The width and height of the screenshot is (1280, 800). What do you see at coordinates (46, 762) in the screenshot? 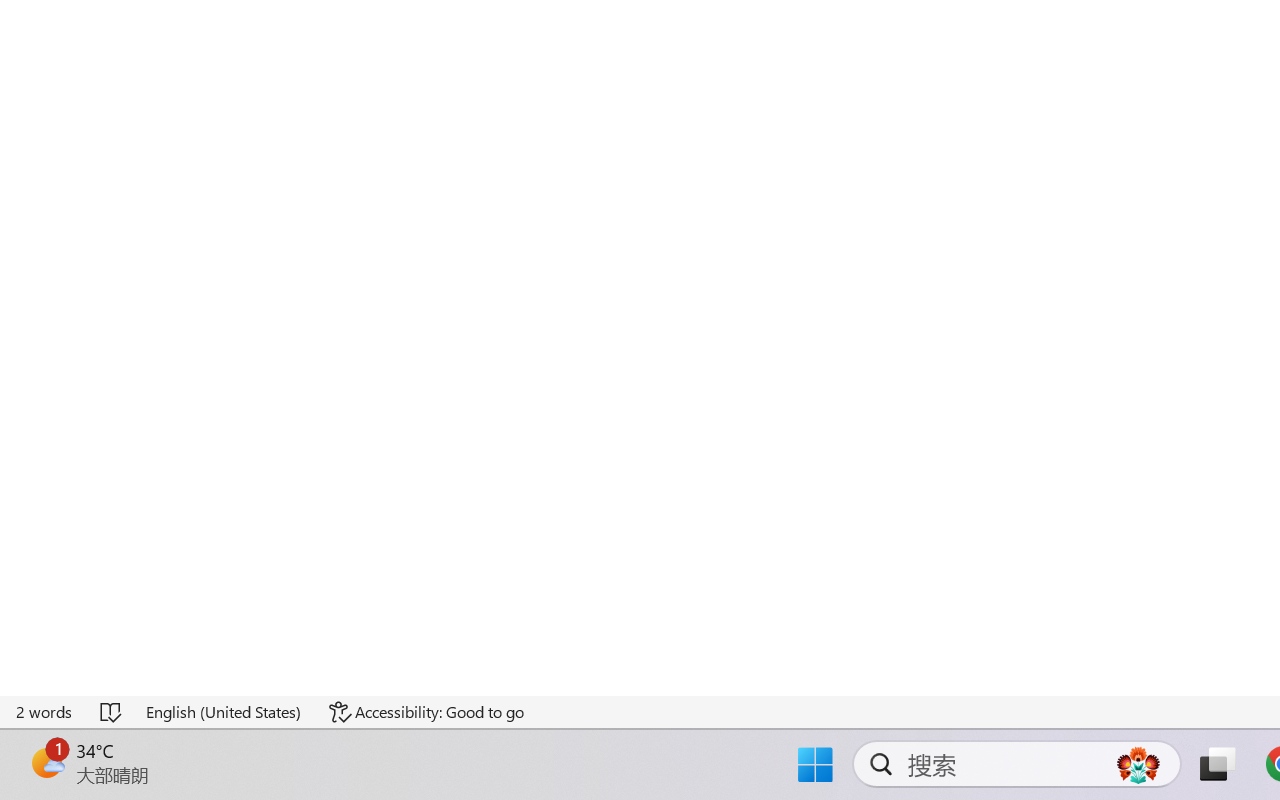
I see `'AutomationID: BadgeAnchorLargeTicker'` at bounding box center [46, 762].